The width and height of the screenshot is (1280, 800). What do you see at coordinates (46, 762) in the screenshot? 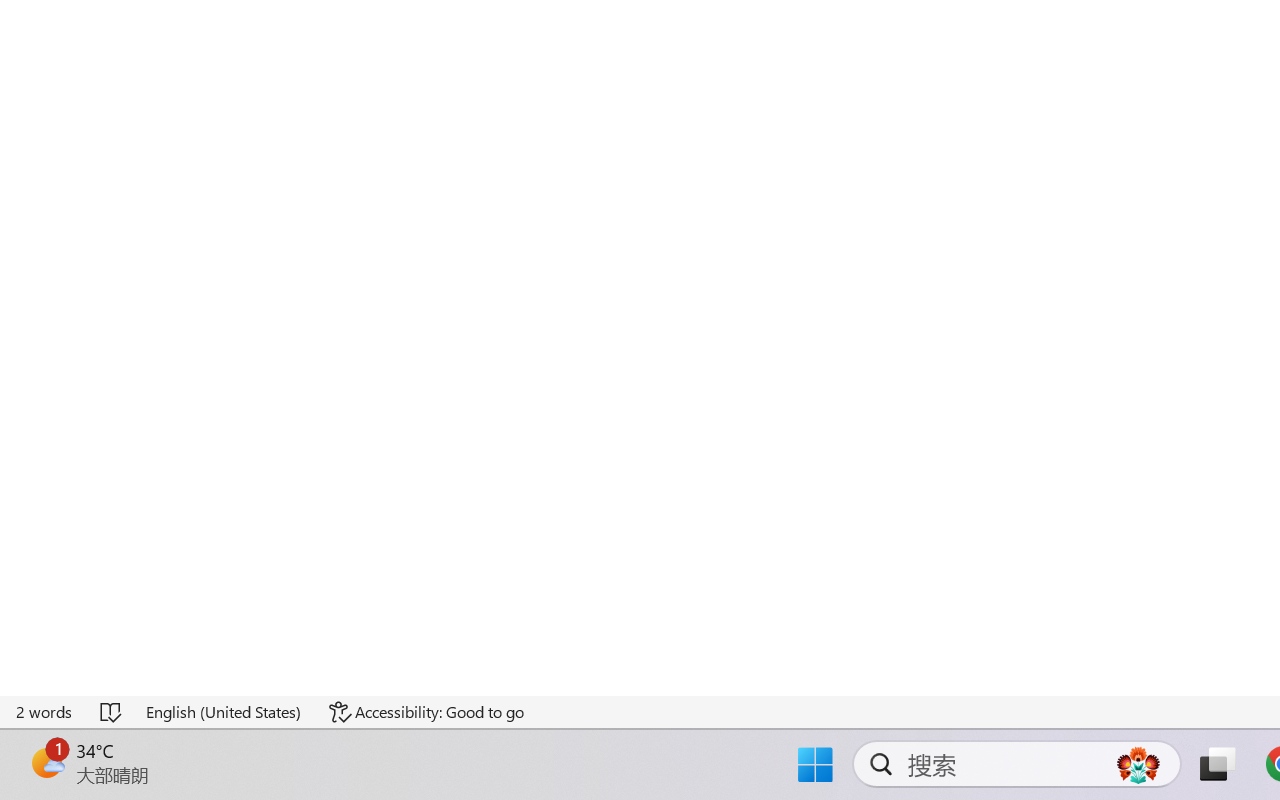
I see `'AutomationID: BadgeAnchorLargeTicker'` at bounding box center [46, 762].